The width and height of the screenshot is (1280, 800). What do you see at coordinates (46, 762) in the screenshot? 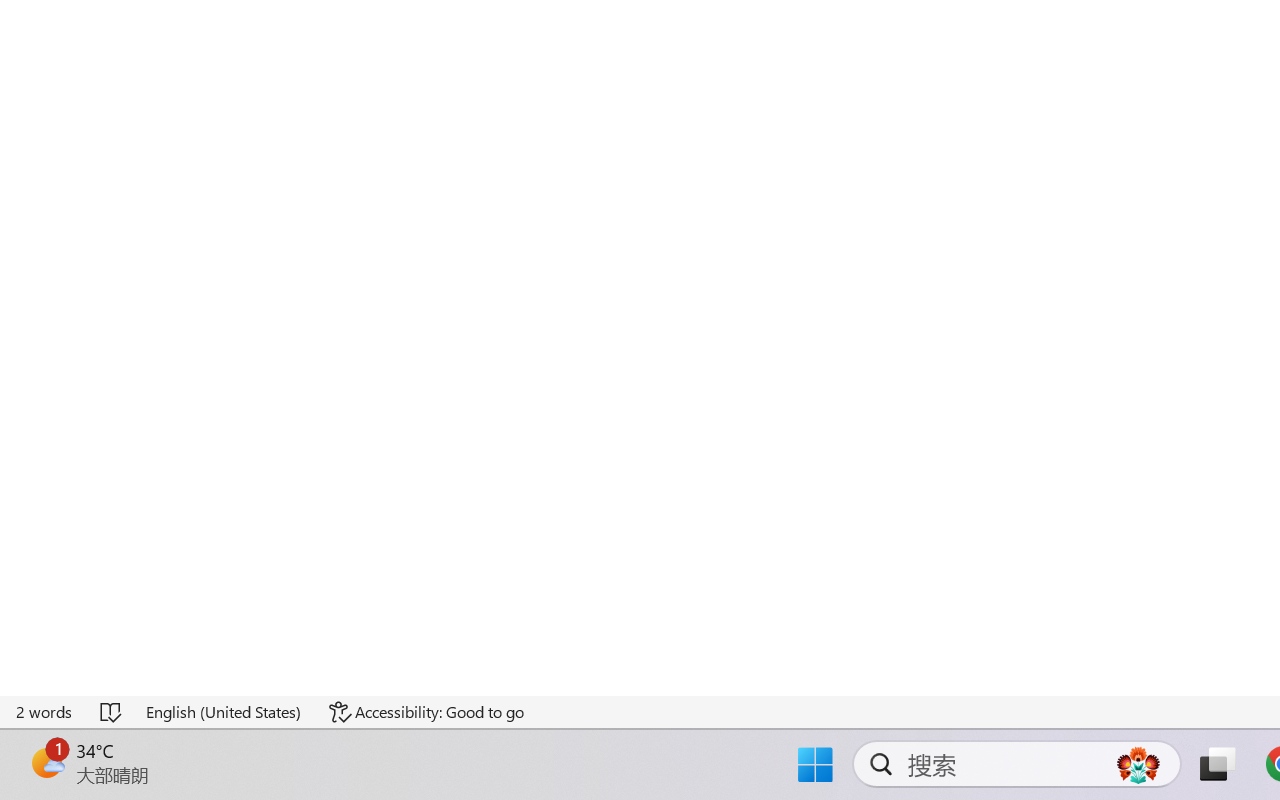
I see `'AutomationID: BadgeAnchorLargeTicker'` at bounding box center [46, 762].